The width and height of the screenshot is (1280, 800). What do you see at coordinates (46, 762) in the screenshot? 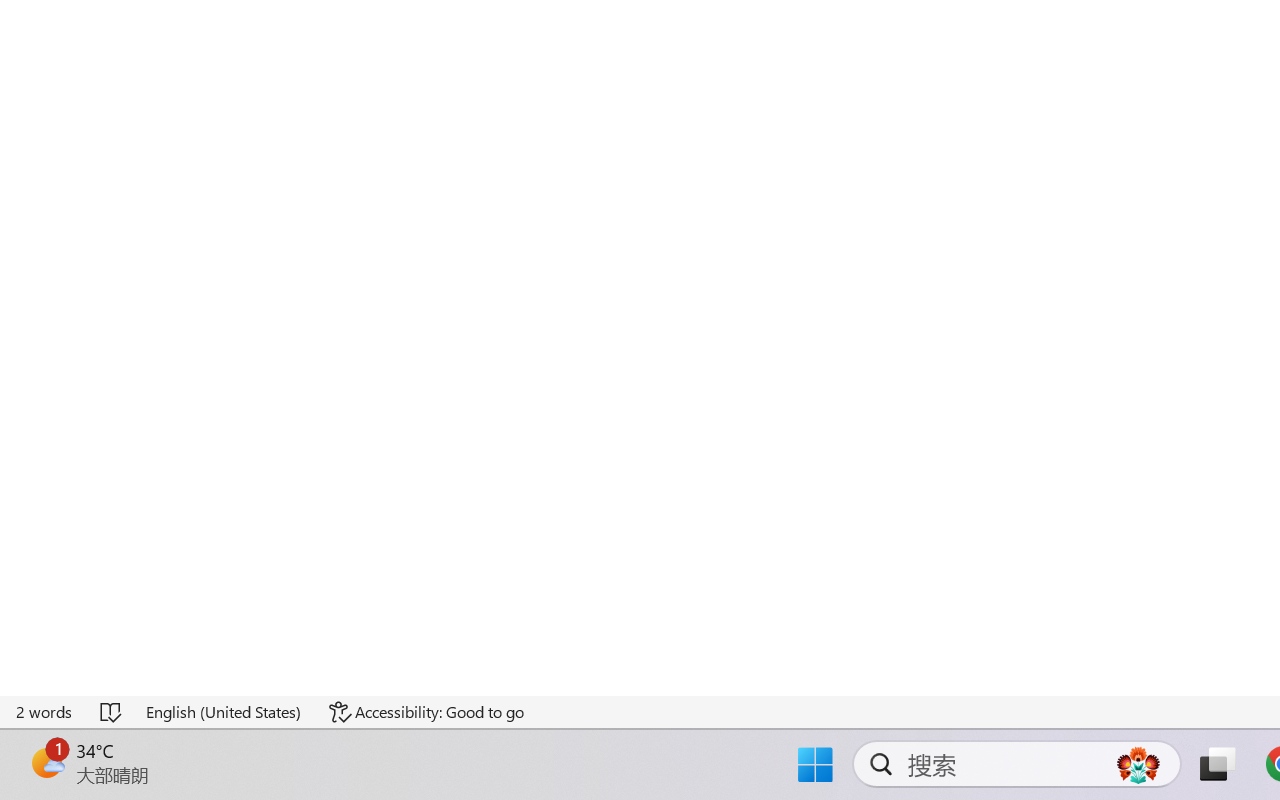
I see `'AutomationID: BadgeAnchorLargeTicker'` at bounding box center [46, 762].